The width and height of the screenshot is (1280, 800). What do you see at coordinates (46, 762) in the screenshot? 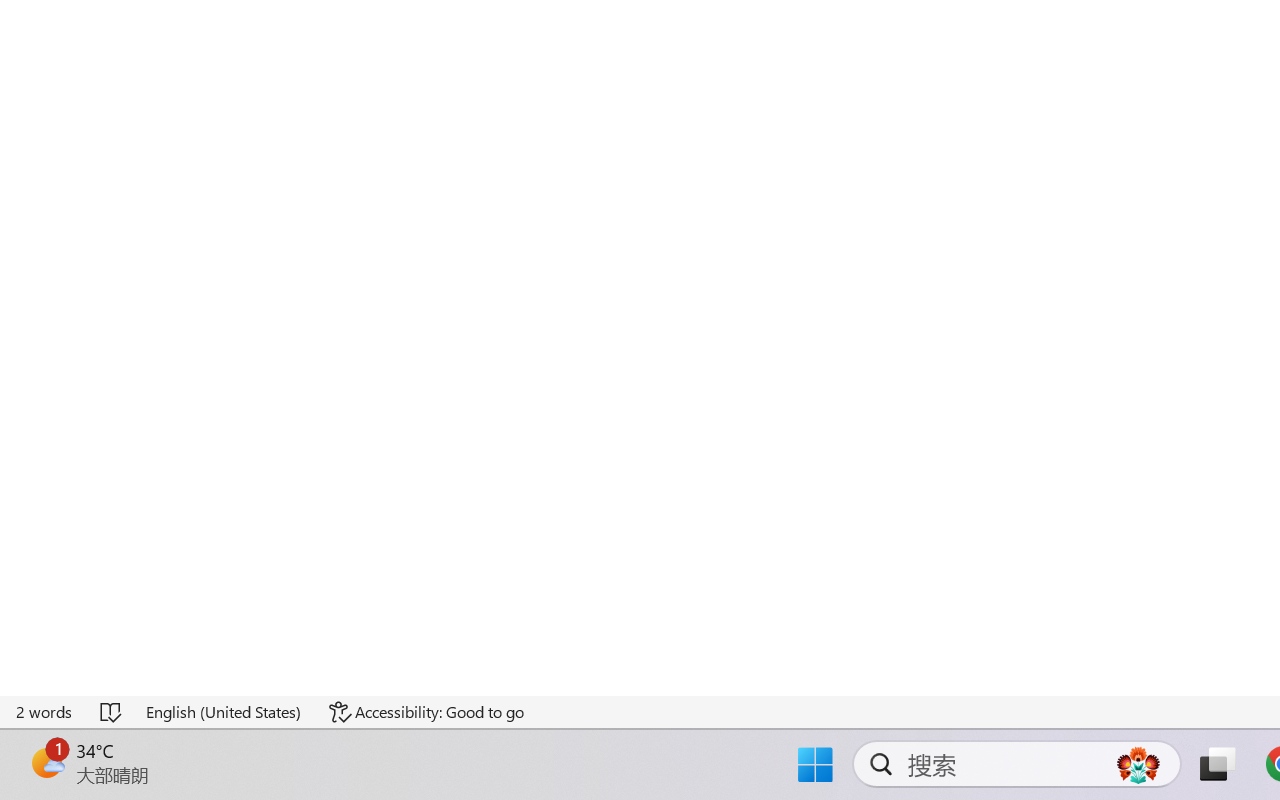
I see `'AutomationID: BadgeAnchorLargeTicker'` at bounding box center [46, 762].